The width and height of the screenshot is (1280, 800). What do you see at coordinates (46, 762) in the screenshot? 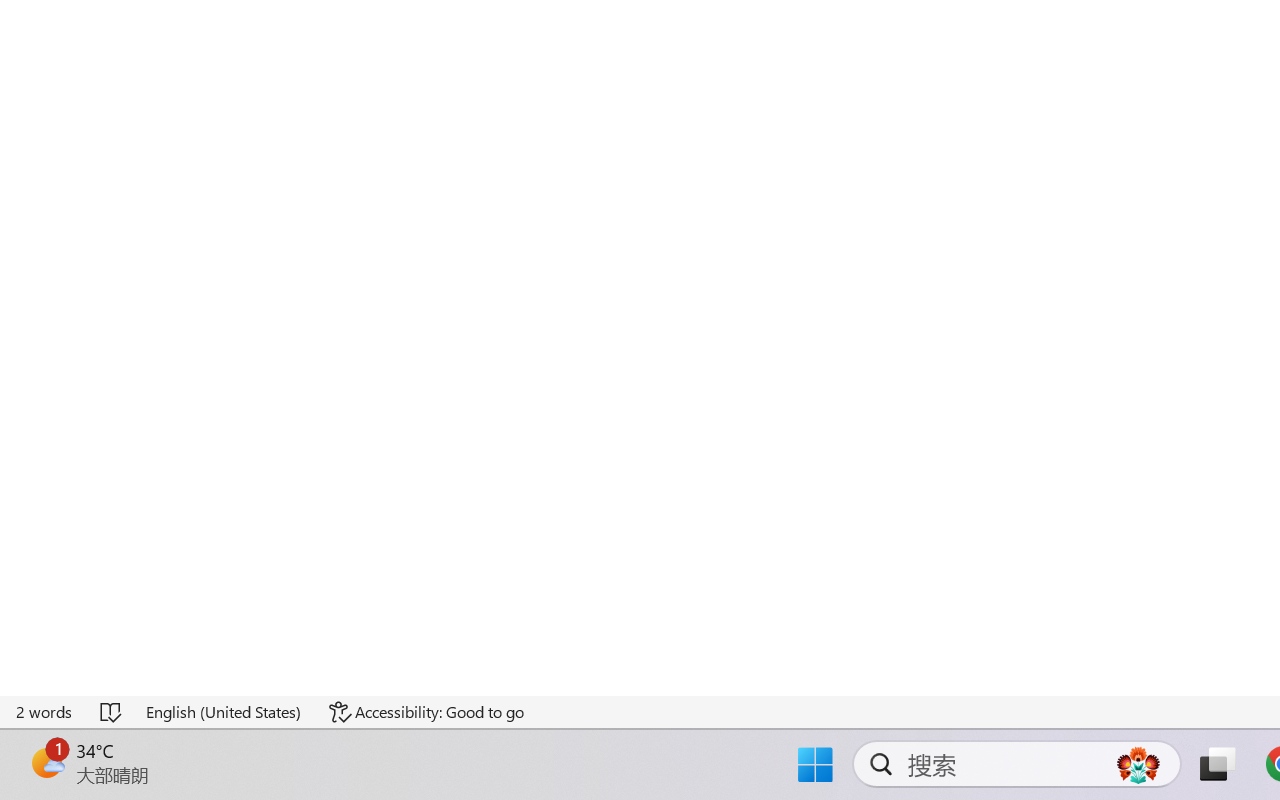
I see `'AutomationID: BadgeAnchorLargeTicker'` at bounding box center [46, 762].